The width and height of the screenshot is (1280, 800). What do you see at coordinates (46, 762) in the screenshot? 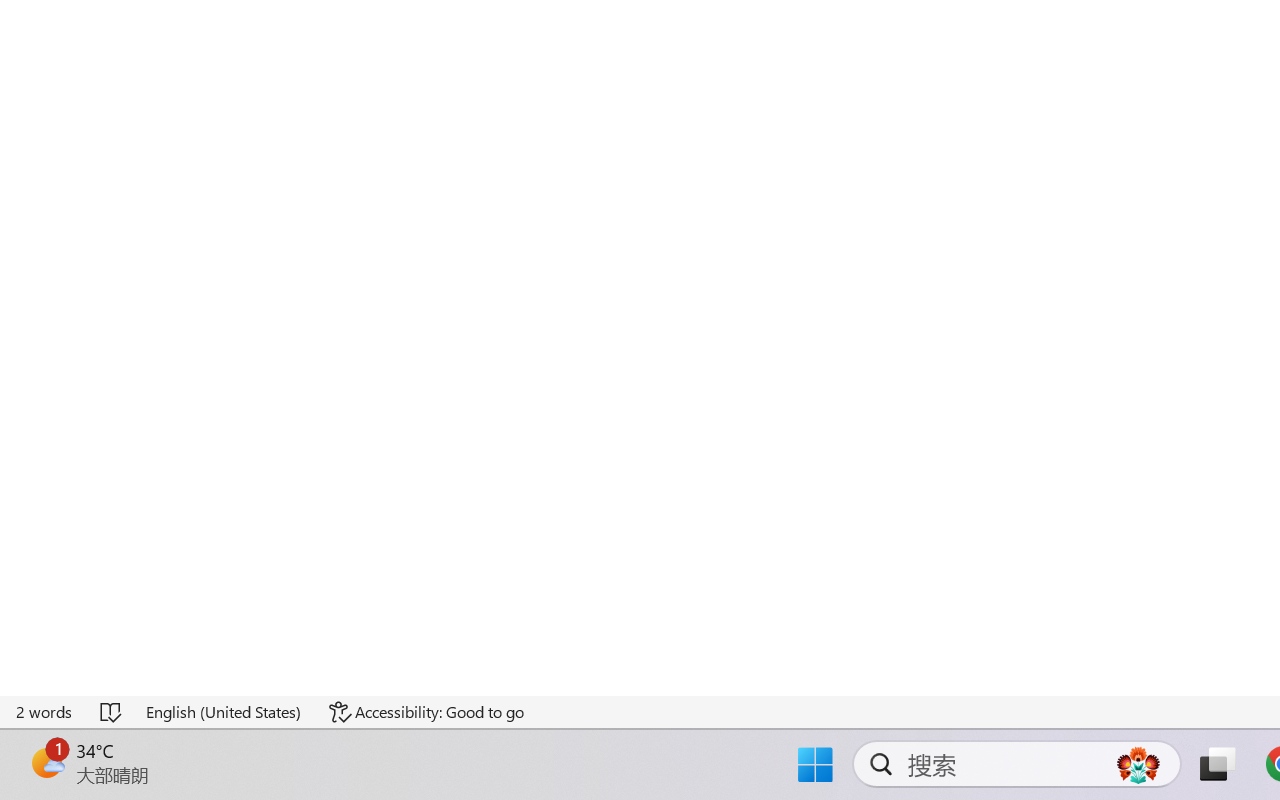
I see `'AutomationID: BadgeAnchorLargeTicker'` at bounding box center [46, 762].